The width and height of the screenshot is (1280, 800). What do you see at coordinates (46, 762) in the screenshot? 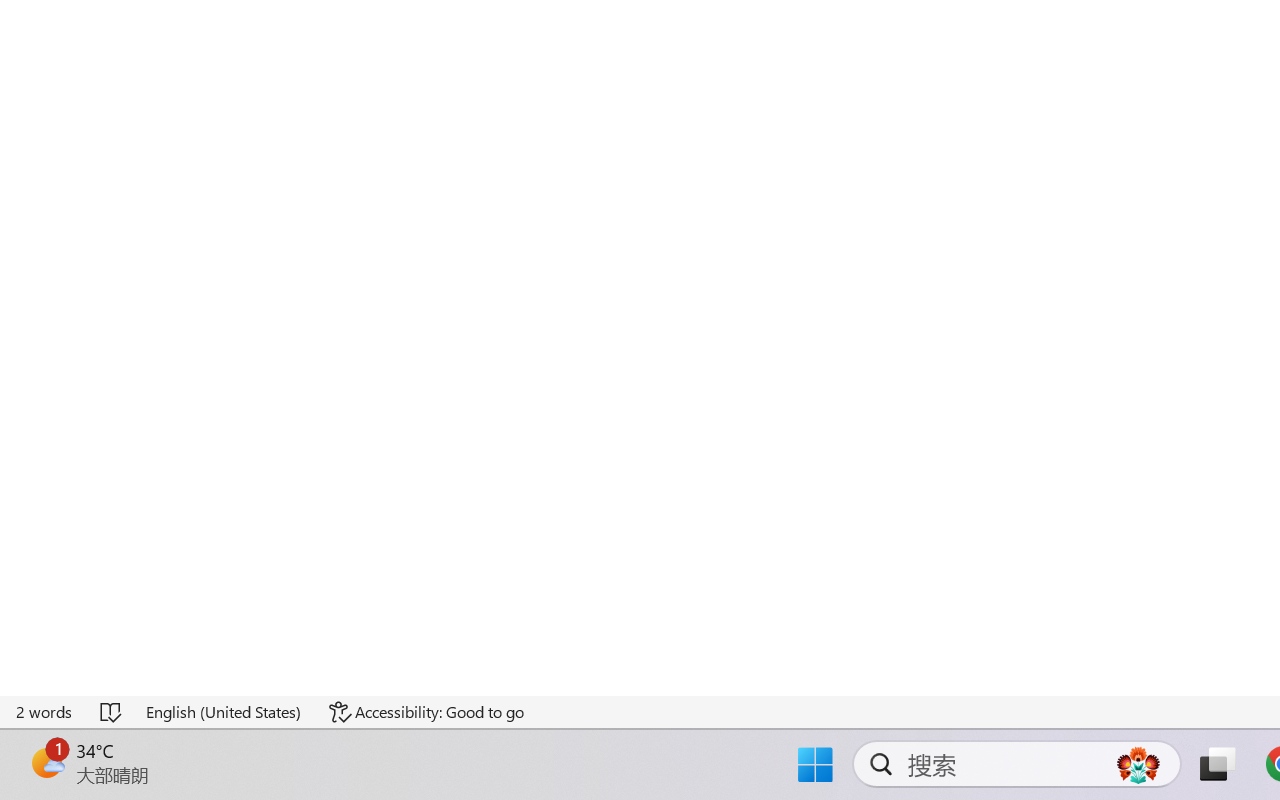
I see `'AutomationID: BadgeAnchorLargeTicker'` at bounding box center [46, 762].